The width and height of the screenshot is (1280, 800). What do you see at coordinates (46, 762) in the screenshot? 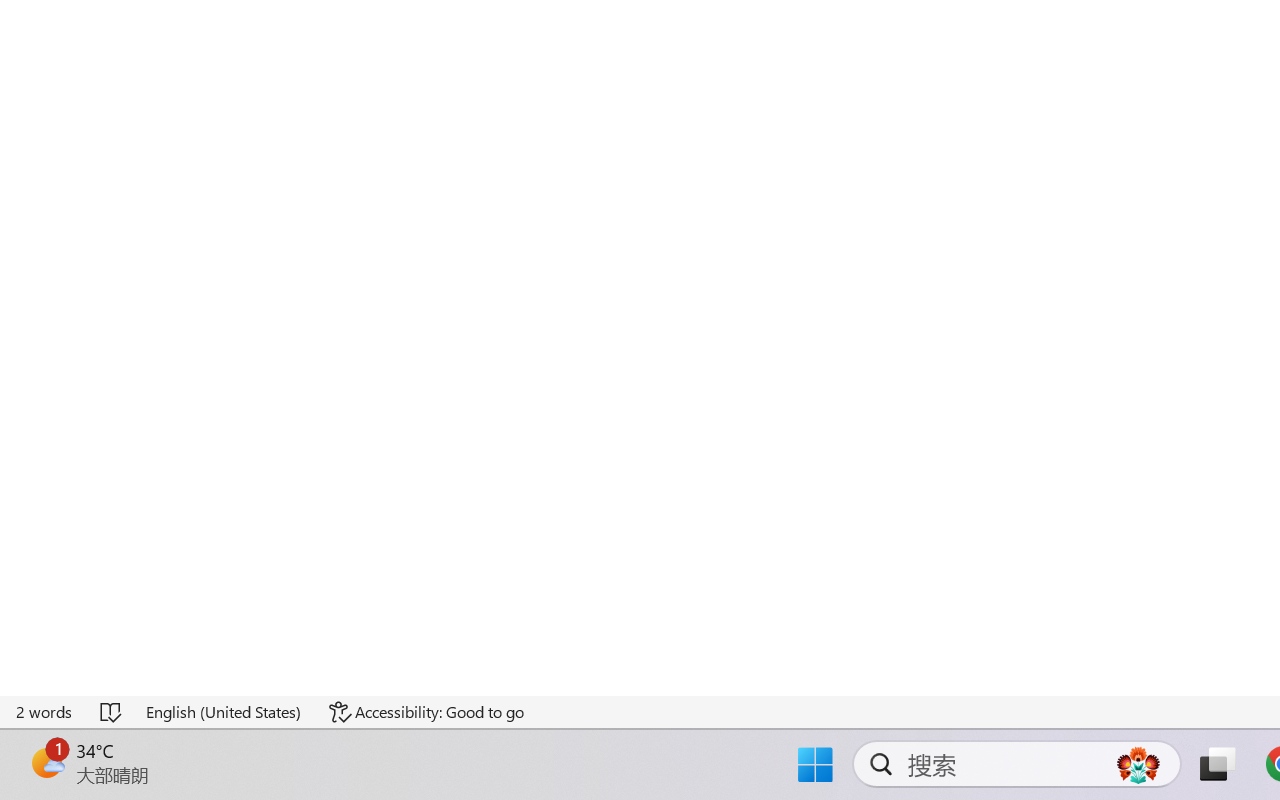
I see `'AutomationID: BadgeAnchorLargeTicker'` at bounding box center [46, 762].